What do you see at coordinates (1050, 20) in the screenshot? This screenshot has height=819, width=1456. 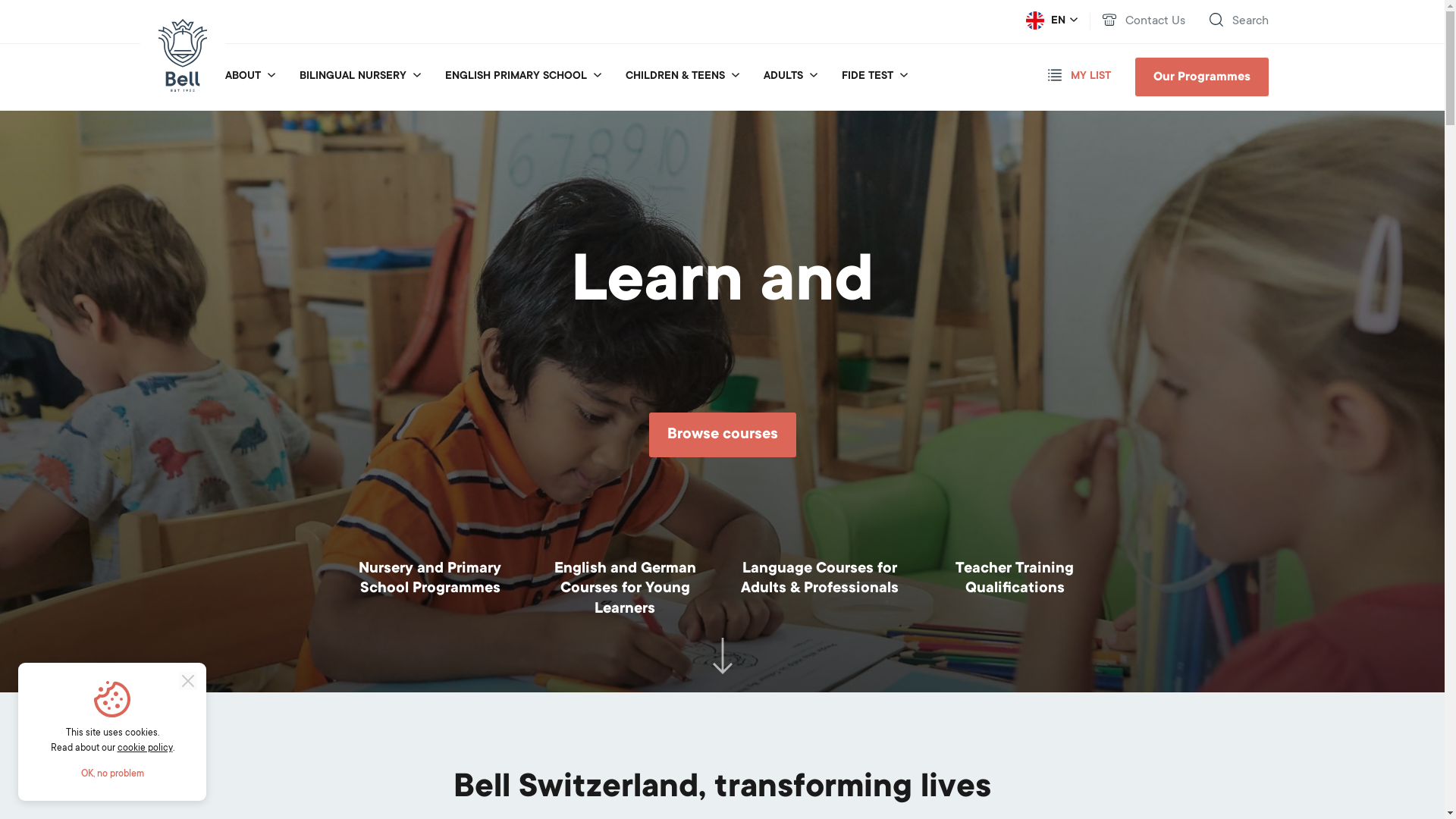 I see `'EN'` at bounding box center [1050, 20].